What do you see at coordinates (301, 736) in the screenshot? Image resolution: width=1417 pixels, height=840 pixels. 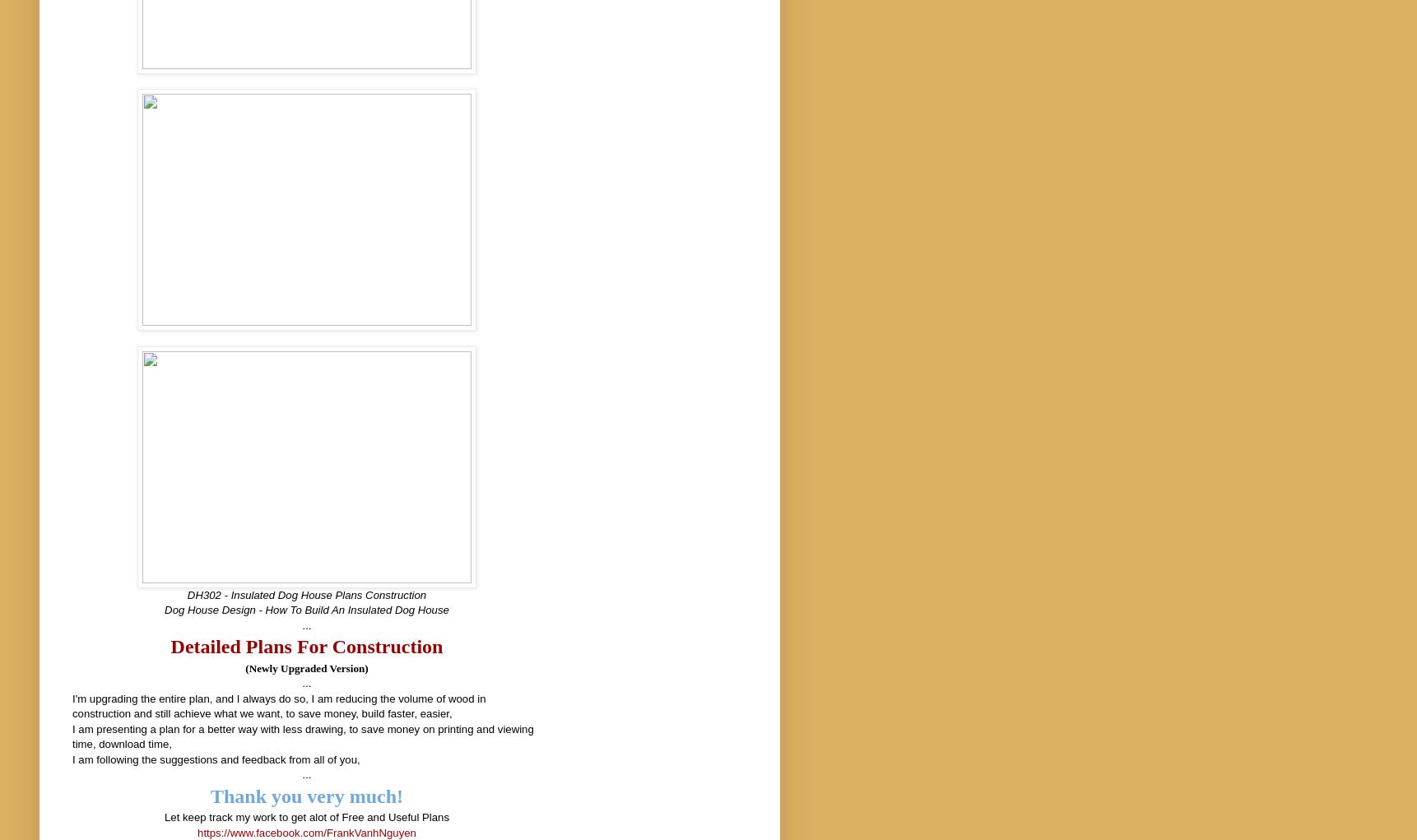 I see `'I am presenting a plan for a better way with less drawing, to save money on printing and viewing time, download time,'` at bounding box center [301, 736].